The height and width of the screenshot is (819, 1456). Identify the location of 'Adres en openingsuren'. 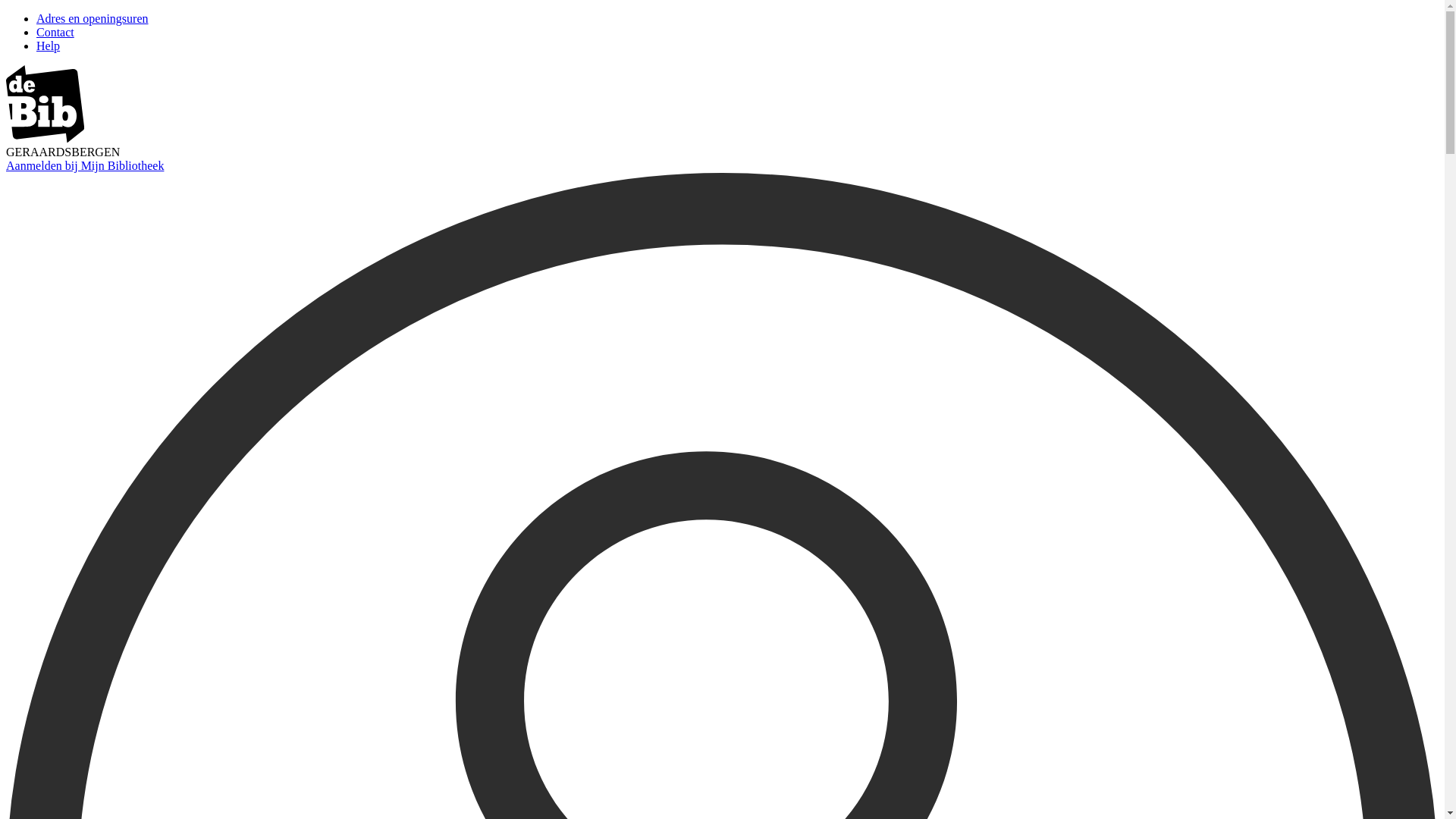
(36, 18).